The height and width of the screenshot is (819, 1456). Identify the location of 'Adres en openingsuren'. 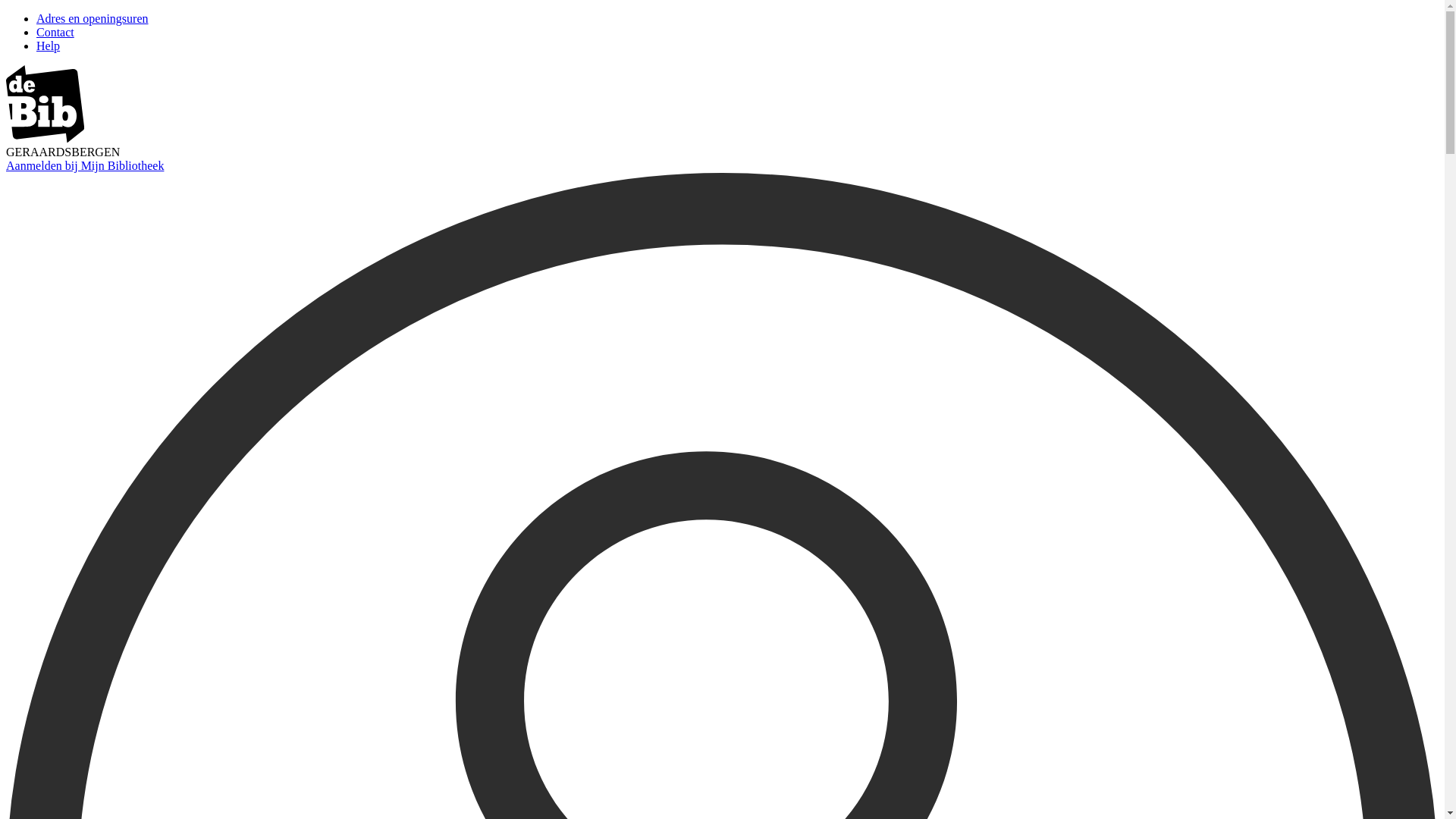
(36, 18).